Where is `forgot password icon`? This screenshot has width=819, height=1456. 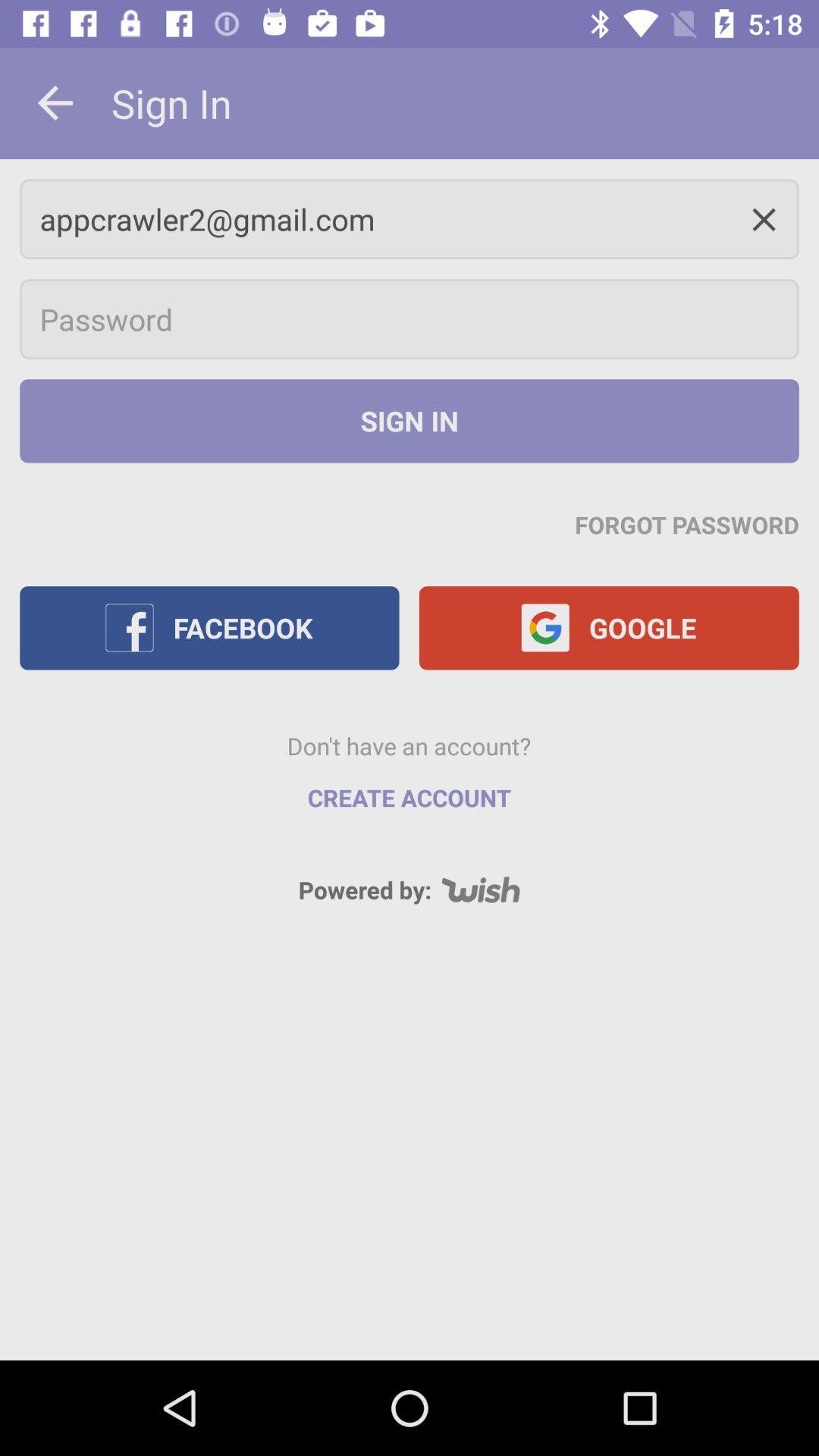
forgot password icon is located at coordinates (687, 524).